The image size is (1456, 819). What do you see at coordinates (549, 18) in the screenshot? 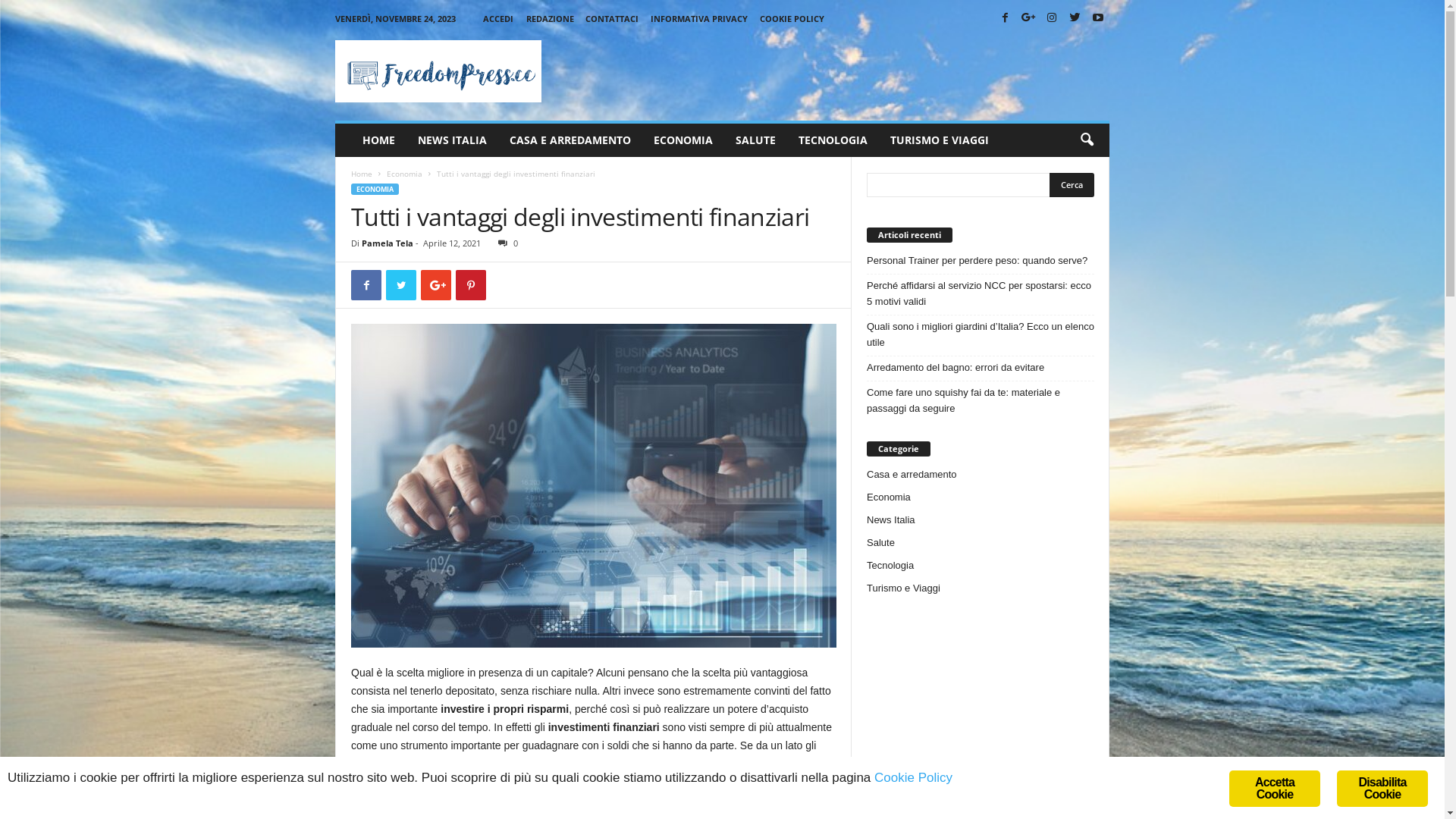
I see `'REDAZIONE'` at bounding box center [549, 18].